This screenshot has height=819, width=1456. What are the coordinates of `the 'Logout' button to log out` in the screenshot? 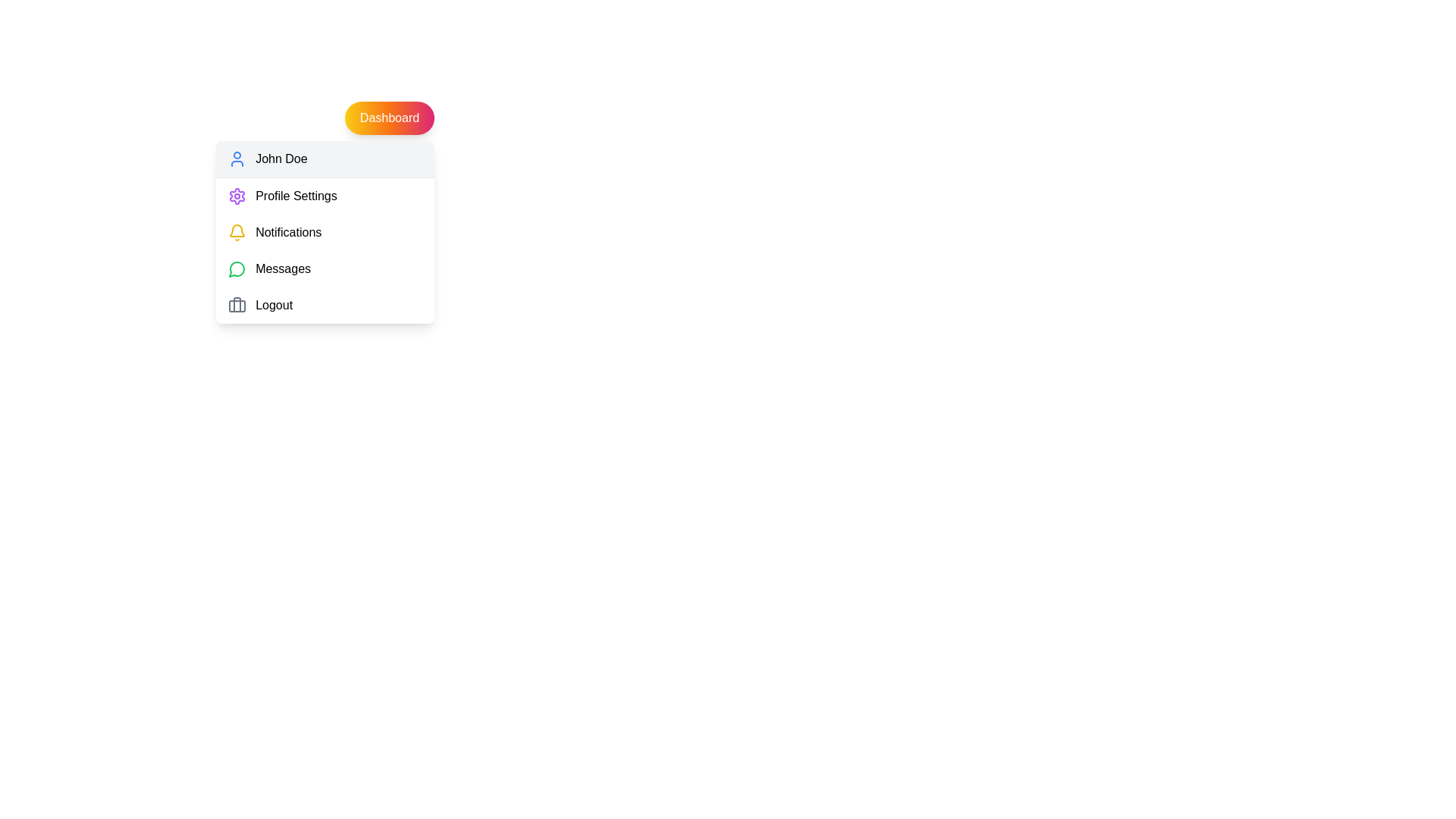 It's located at (325, 305).